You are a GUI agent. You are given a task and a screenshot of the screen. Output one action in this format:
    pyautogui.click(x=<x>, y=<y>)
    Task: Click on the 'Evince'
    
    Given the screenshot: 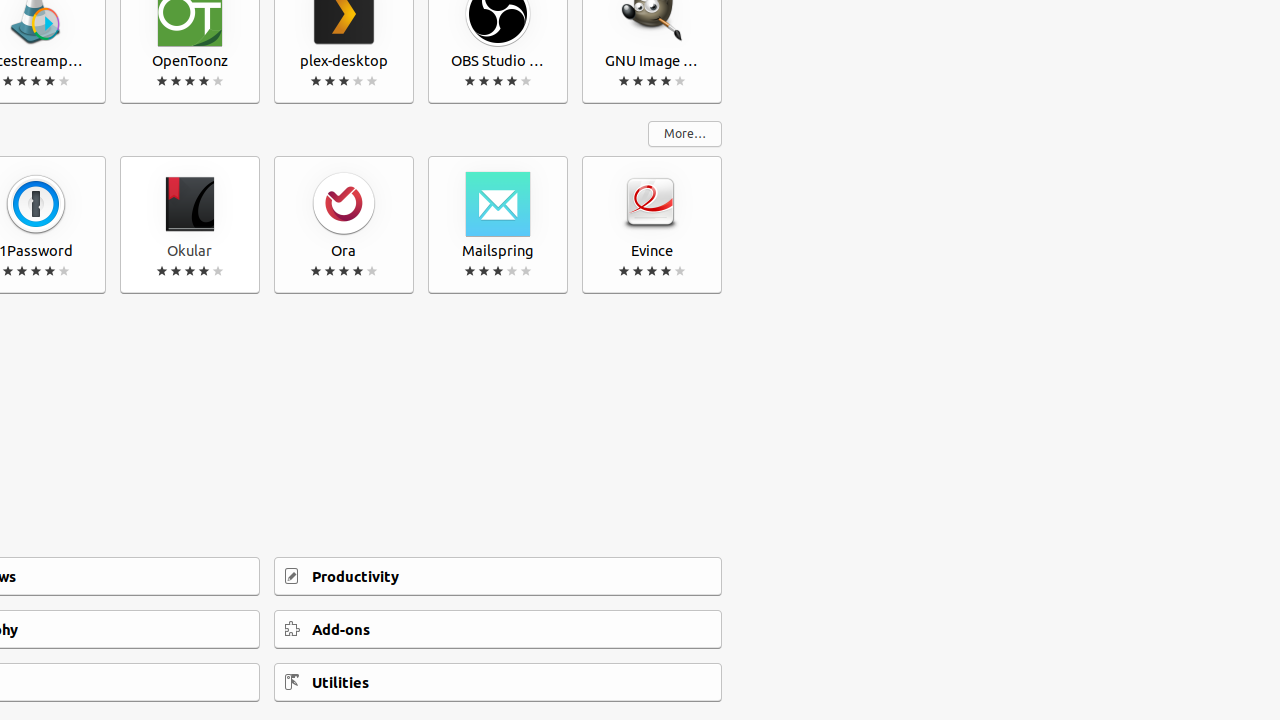 What is the action you would take?
    pyautogui.click(x=652, y=225)
    